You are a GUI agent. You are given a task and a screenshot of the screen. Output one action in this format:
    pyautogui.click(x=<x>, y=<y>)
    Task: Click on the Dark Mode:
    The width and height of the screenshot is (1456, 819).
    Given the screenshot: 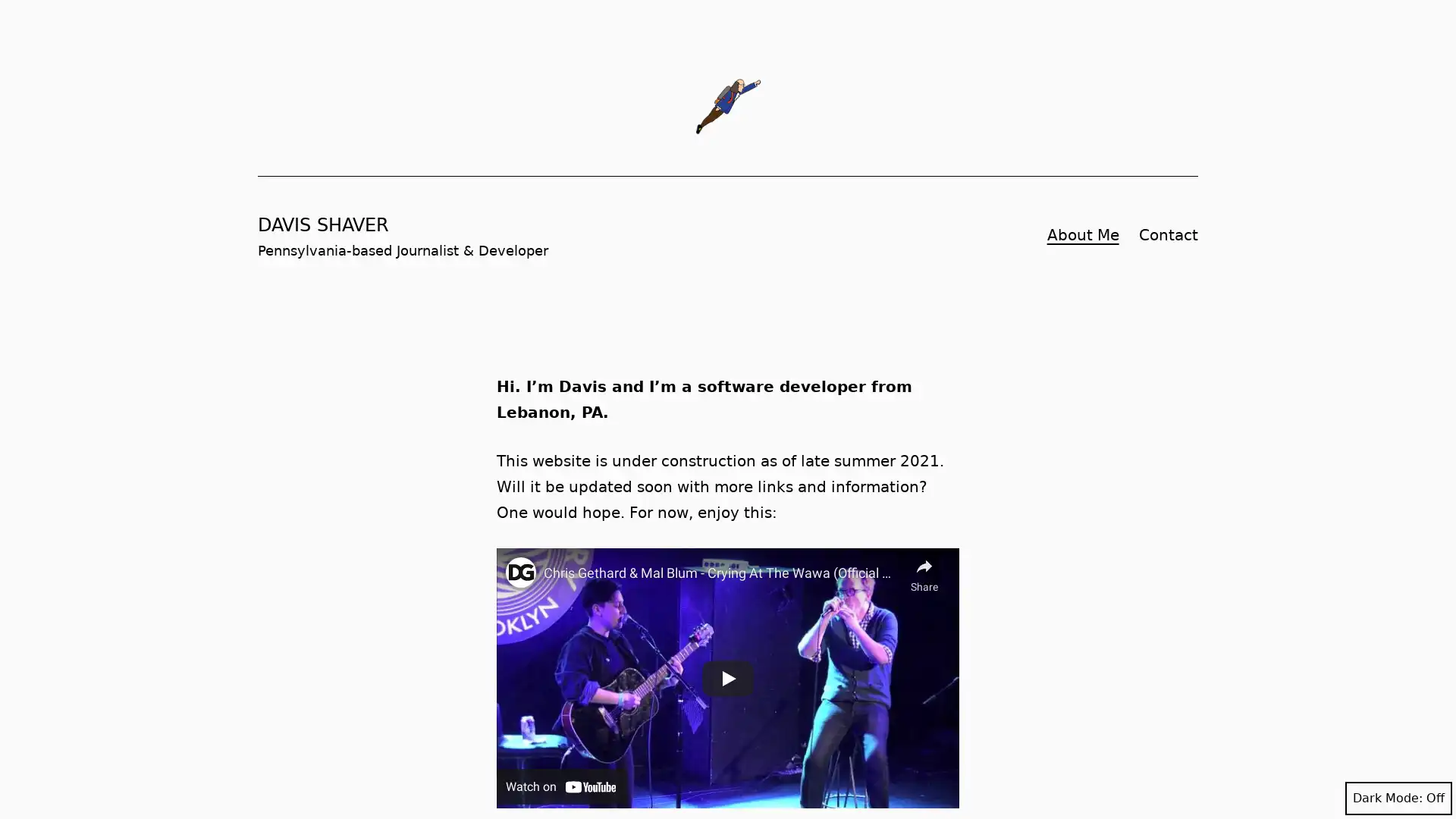 What is the action you would take?
    pyautogui.click(x=1398, y=798)
    